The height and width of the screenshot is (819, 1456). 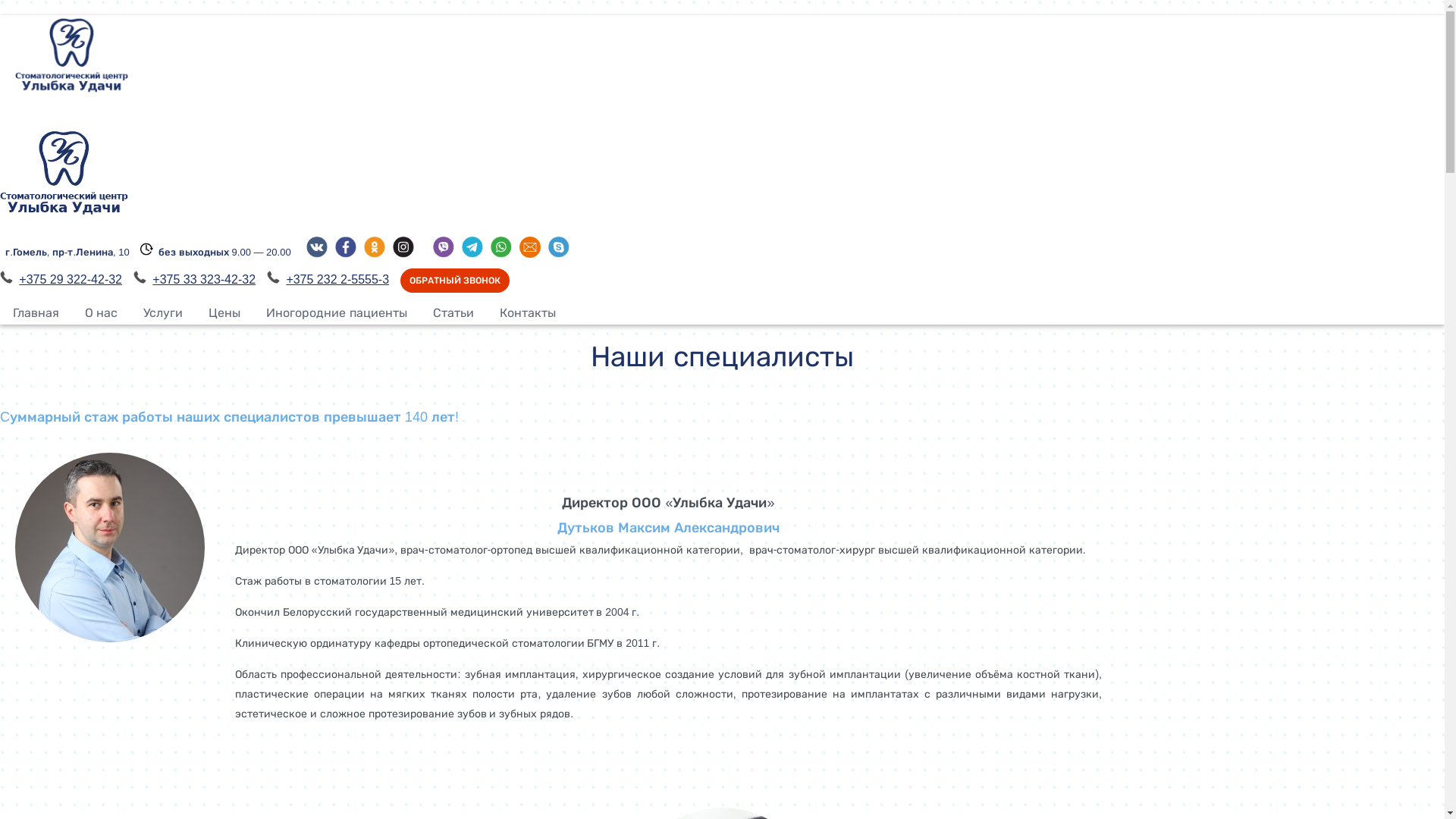 What do you see at coordinates (558, 251) in the screenshot?
I see `'Skype'` at bounding box center [558, 251].